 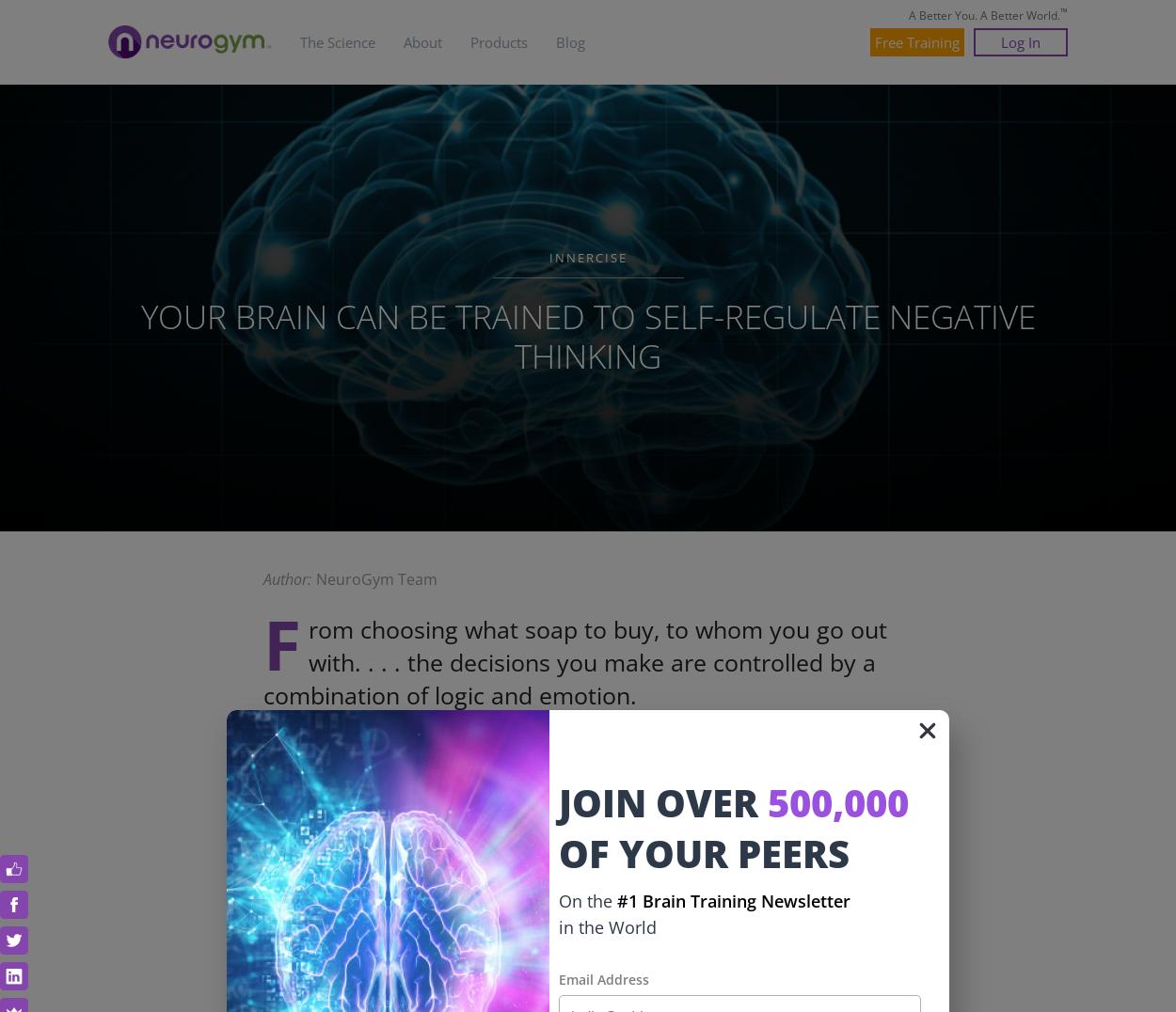 I want to click on 'Email Address', so click(x=603, y=978).